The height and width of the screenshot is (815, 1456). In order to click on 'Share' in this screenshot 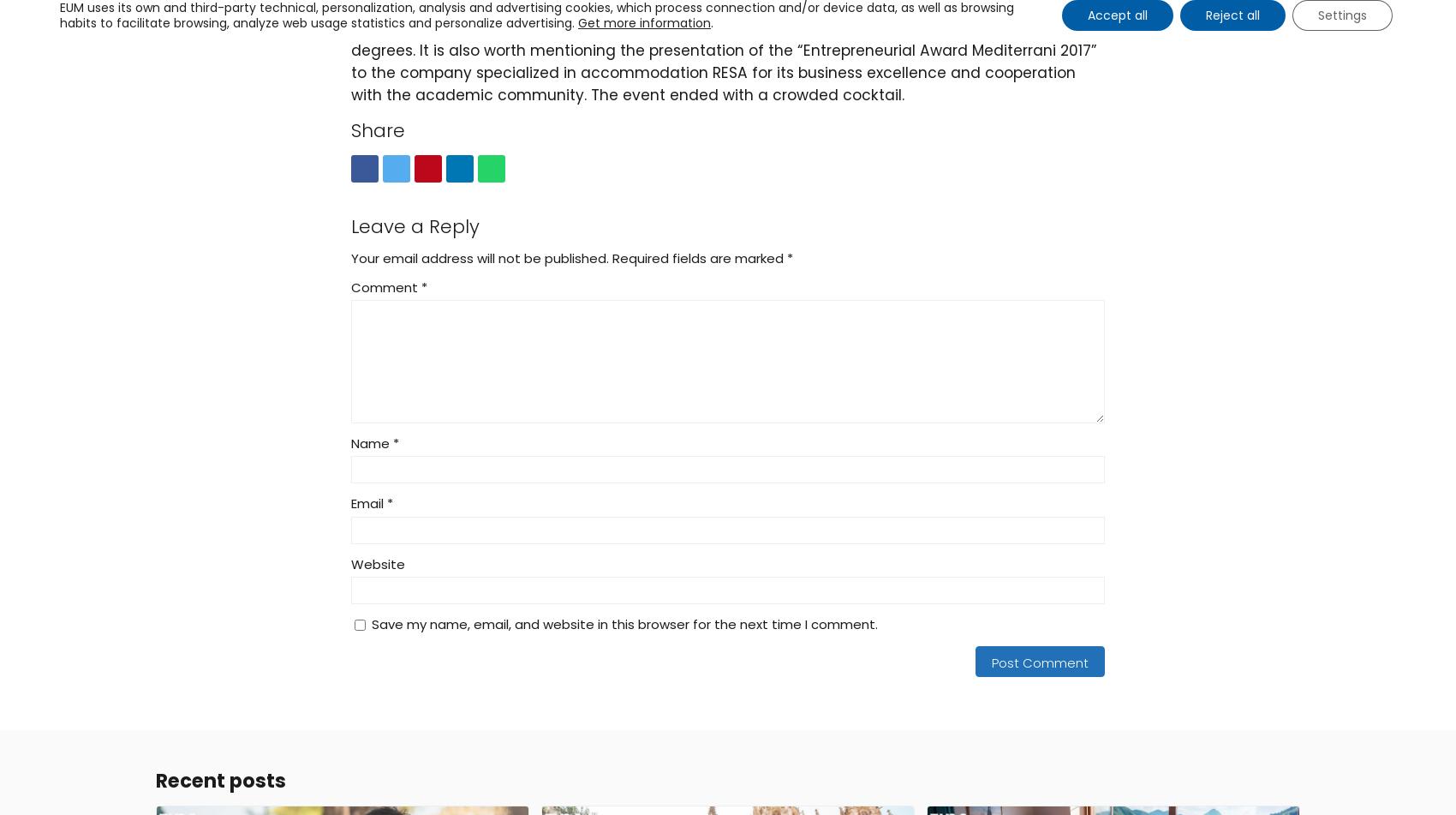, I will do `click(377, 129)`.